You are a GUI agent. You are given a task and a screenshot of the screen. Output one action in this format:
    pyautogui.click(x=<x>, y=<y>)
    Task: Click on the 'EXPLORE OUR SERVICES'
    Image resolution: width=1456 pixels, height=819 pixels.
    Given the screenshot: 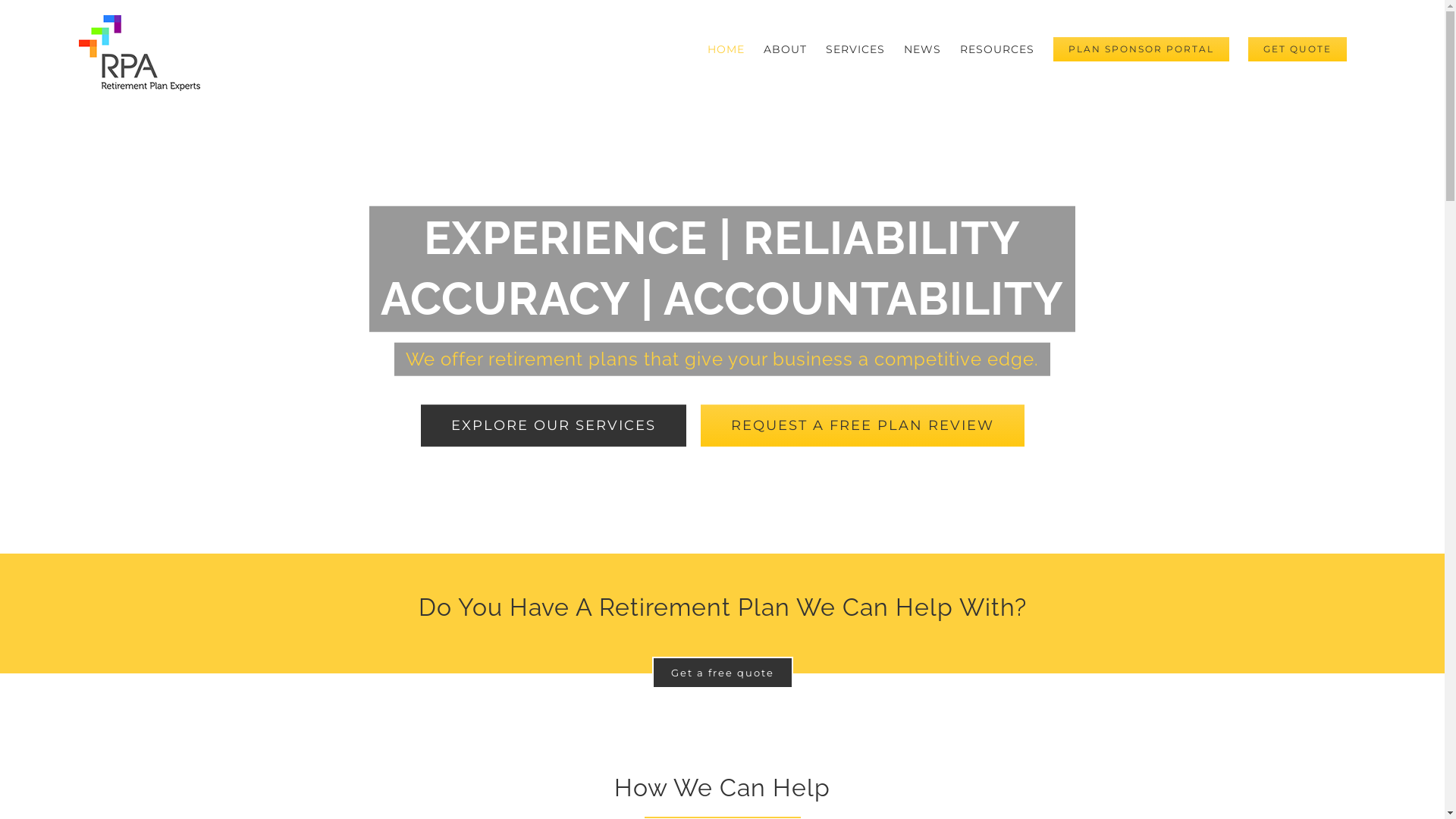 What is the action you would take?
    pyautogui.click(x=552, y=425)
    